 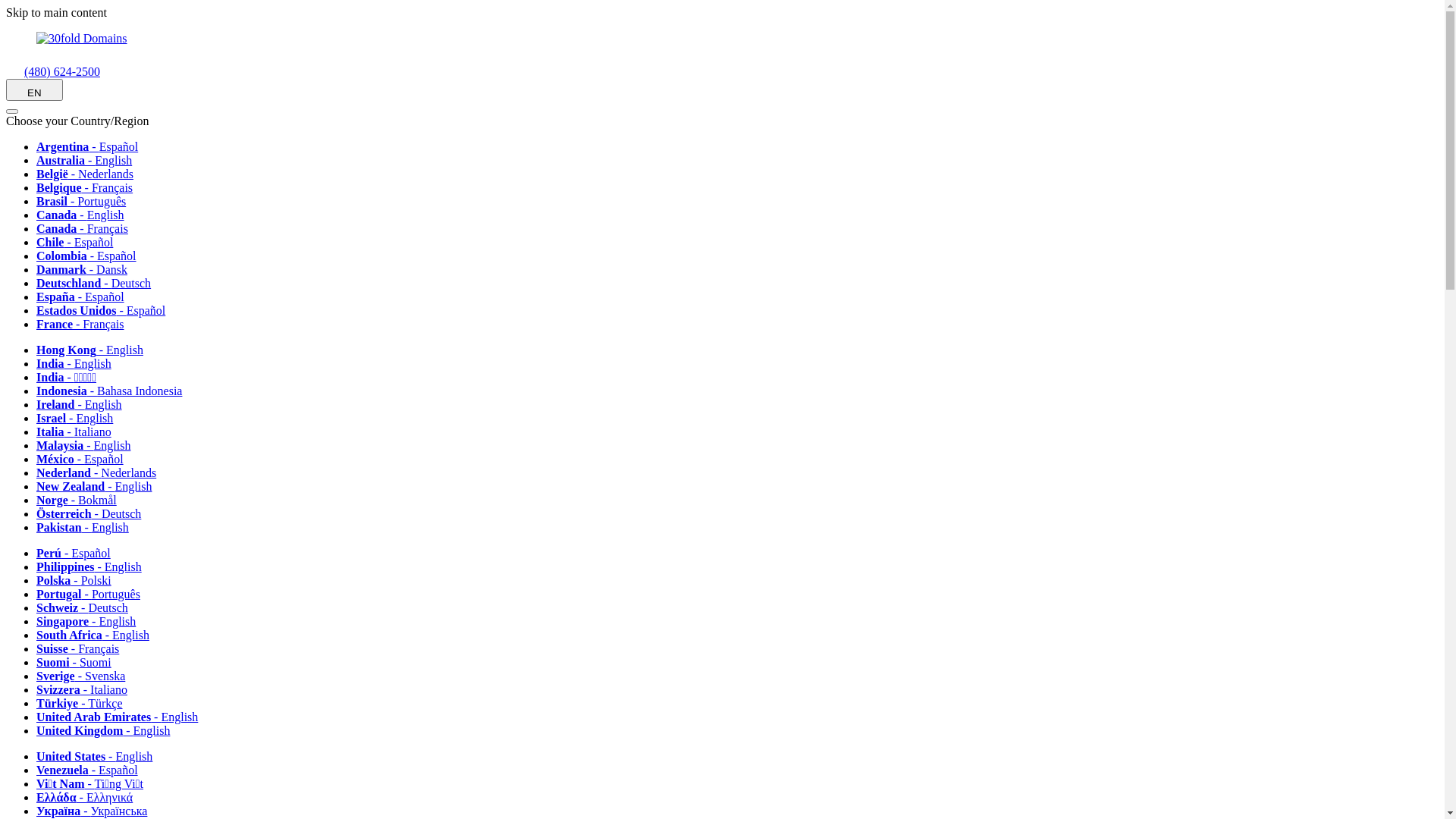 What do you see at coordinates (86, 689) in the screenshot?
I see `'Svizzera - Italiano'` at bounding box center [86, 689].